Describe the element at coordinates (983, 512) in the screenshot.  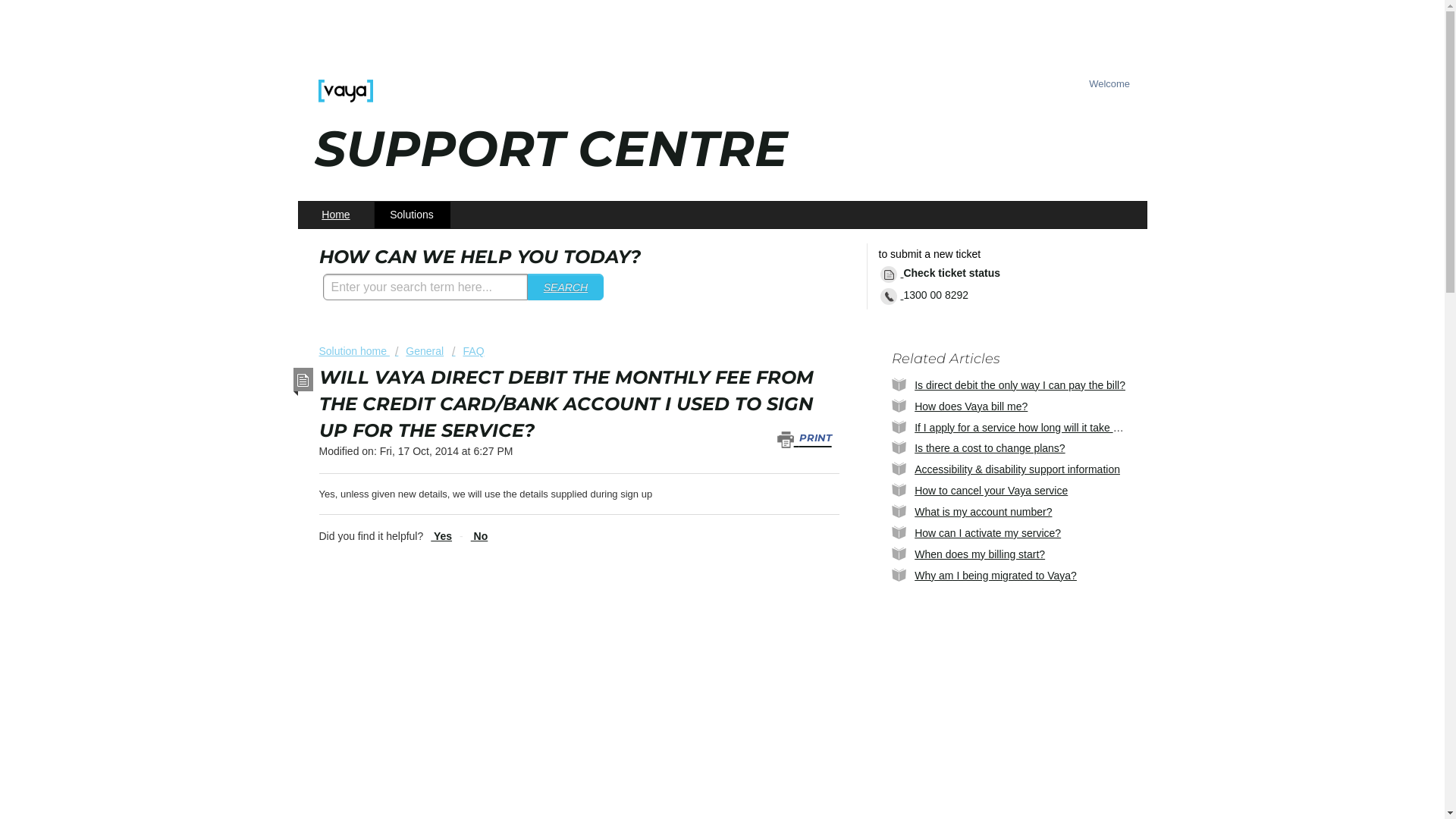
I see `'What is my account number?'` at that location.